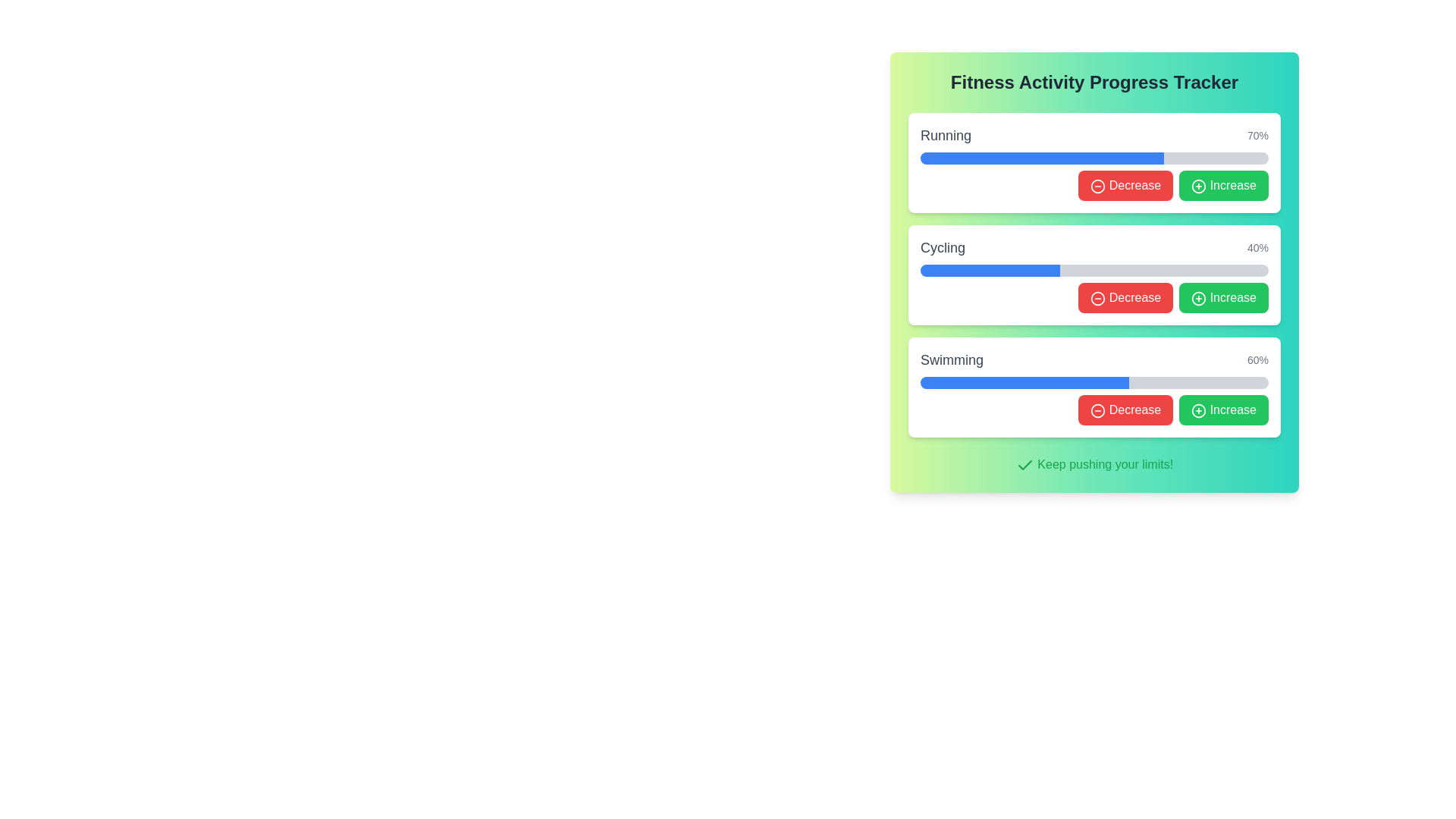 This screenshot has height=819, width=1456. What do you see at coordinates (1125, 409) in the screenshot?
I see `the red 'Decrease' button, which has white text and a minus icon` at bounding box center [1125, 409].